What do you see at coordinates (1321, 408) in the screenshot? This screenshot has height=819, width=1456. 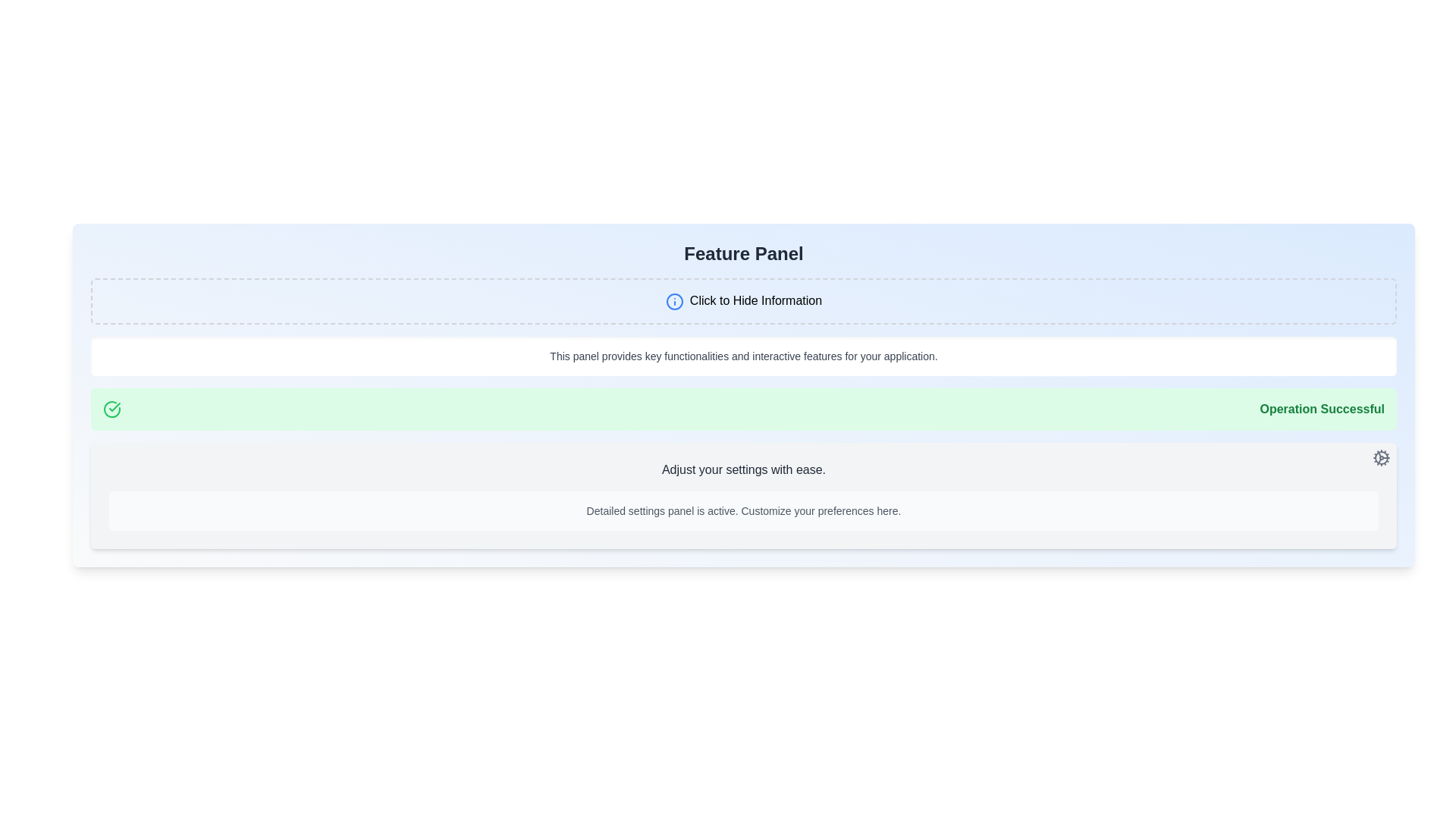 I see `the text label that displays 'Operation Successful', which is styled in bold dark green on a green background, indicating a success message` at bounding box center [1321, 408].